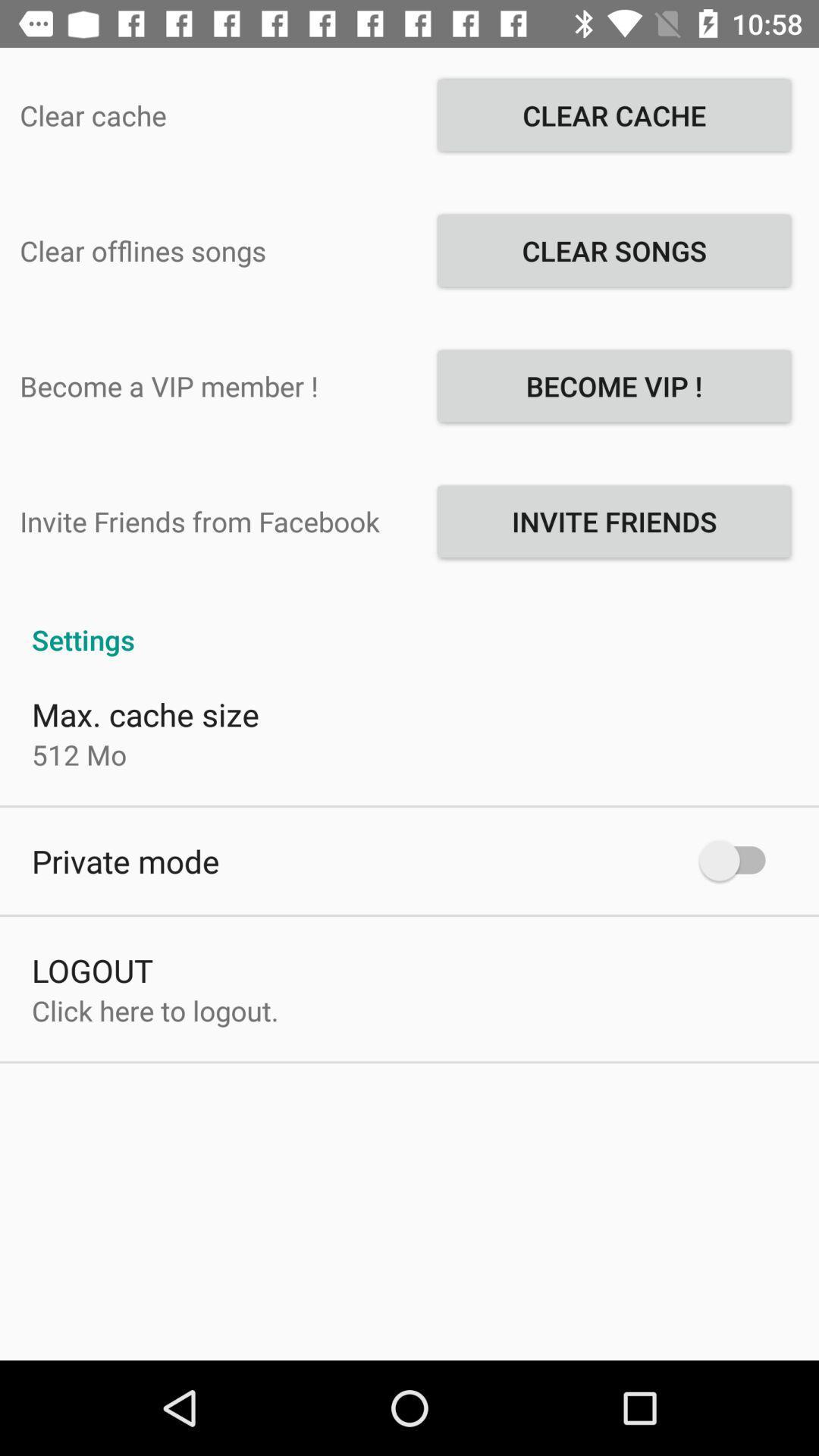  Describe the element at coordinates (155, 1010) in the screenshot. I see `the click here to at the bottom left corner` at that location.